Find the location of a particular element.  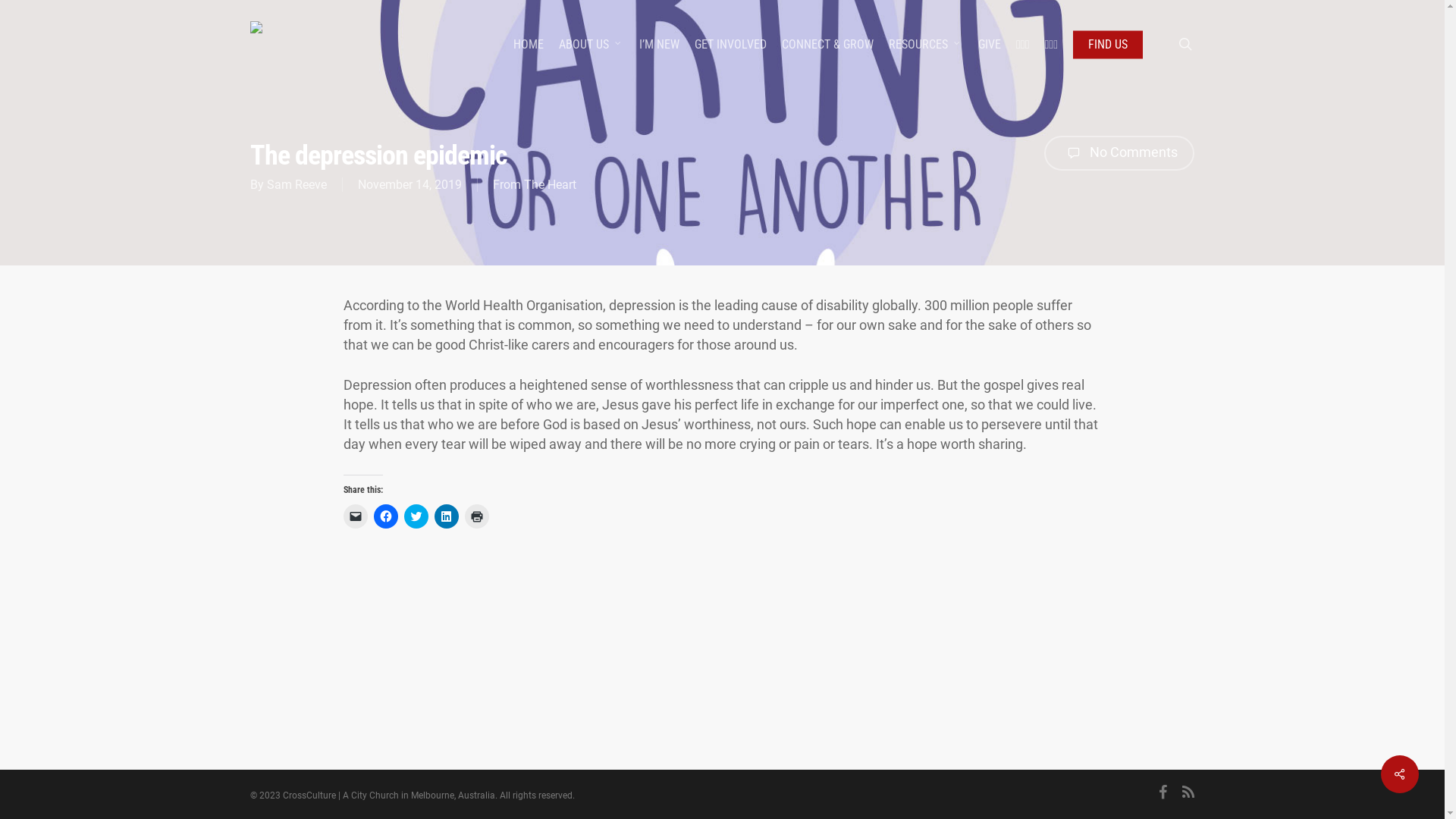

'GIVE' is located at coordinates (990, 42).